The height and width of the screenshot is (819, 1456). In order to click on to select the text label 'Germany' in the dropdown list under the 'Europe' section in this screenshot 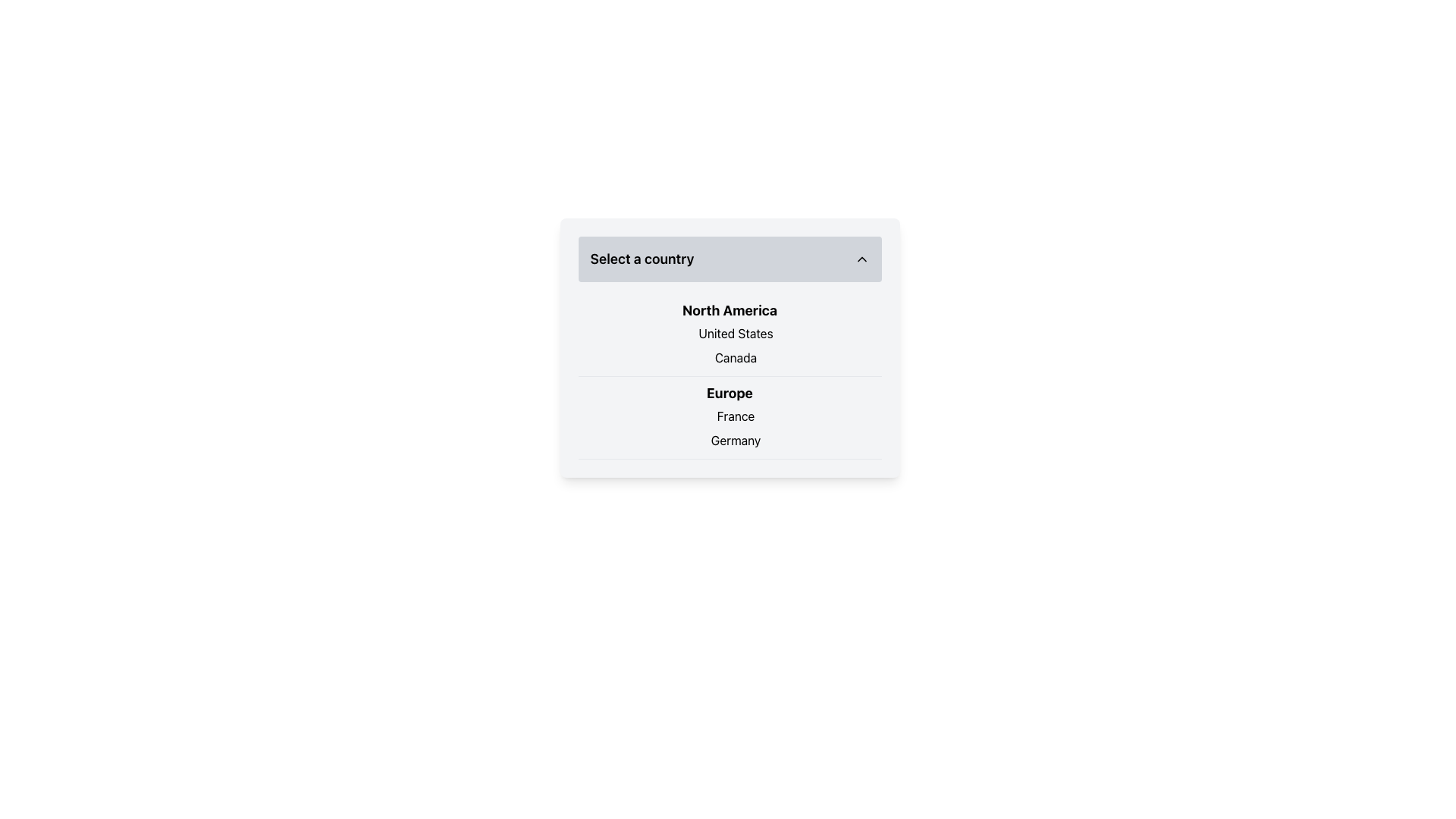, I will do `click(730, 441)`.